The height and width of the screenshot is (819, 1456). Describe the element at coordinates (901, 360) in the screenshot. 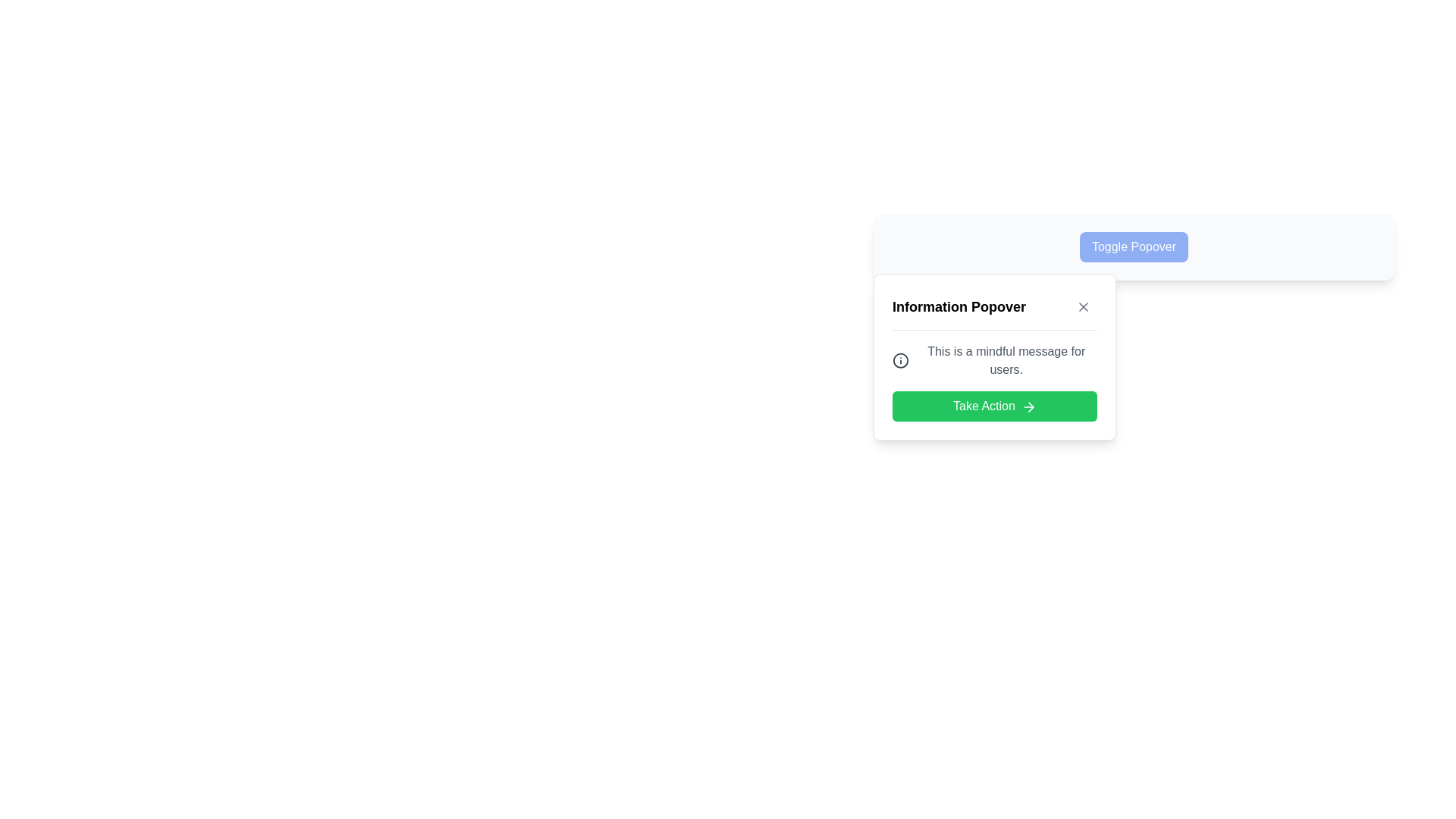

I see `the information icon located on the left side of the message that reads, 'This is a mindful message for users.'` at that location.